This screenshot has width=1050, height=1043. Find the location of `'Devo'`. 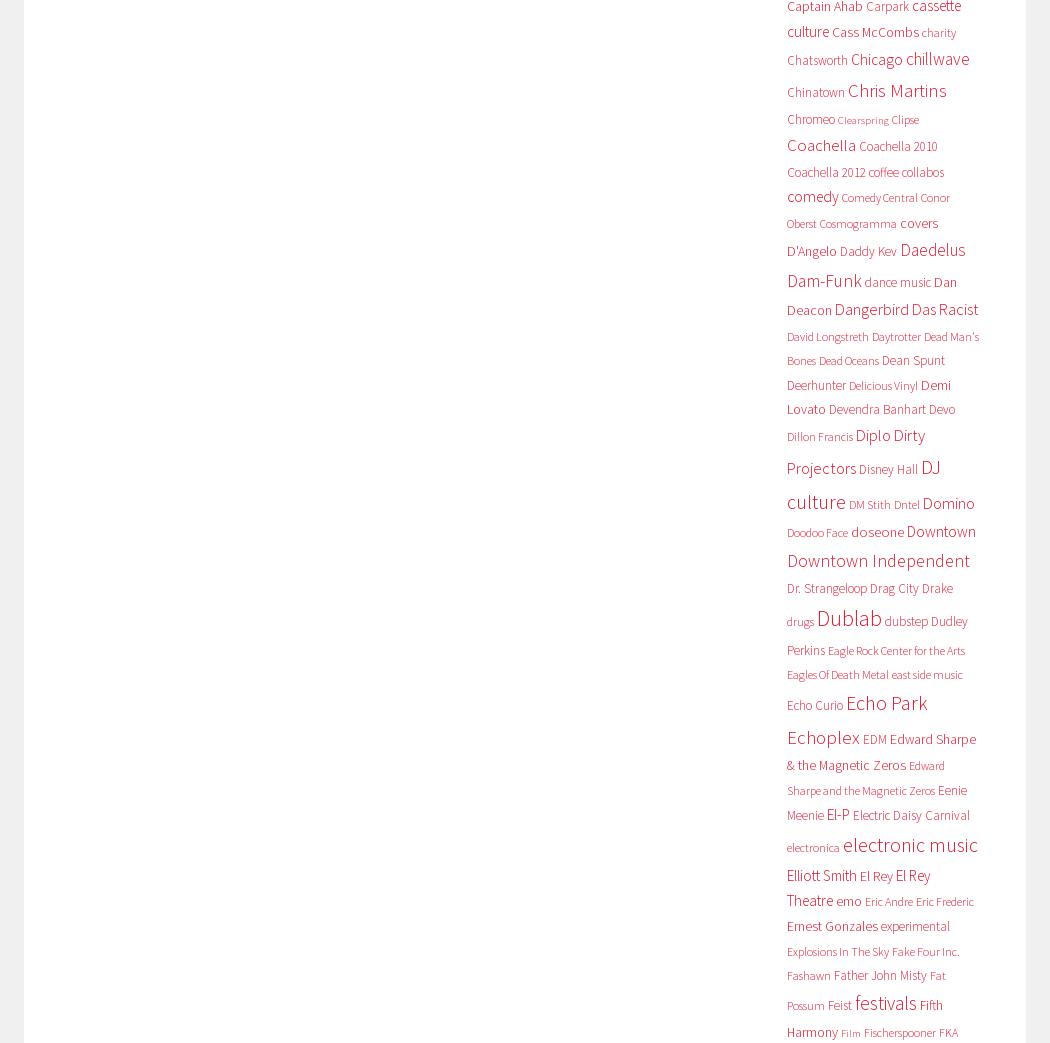

'Devo' is located at coordinates (940, 409).